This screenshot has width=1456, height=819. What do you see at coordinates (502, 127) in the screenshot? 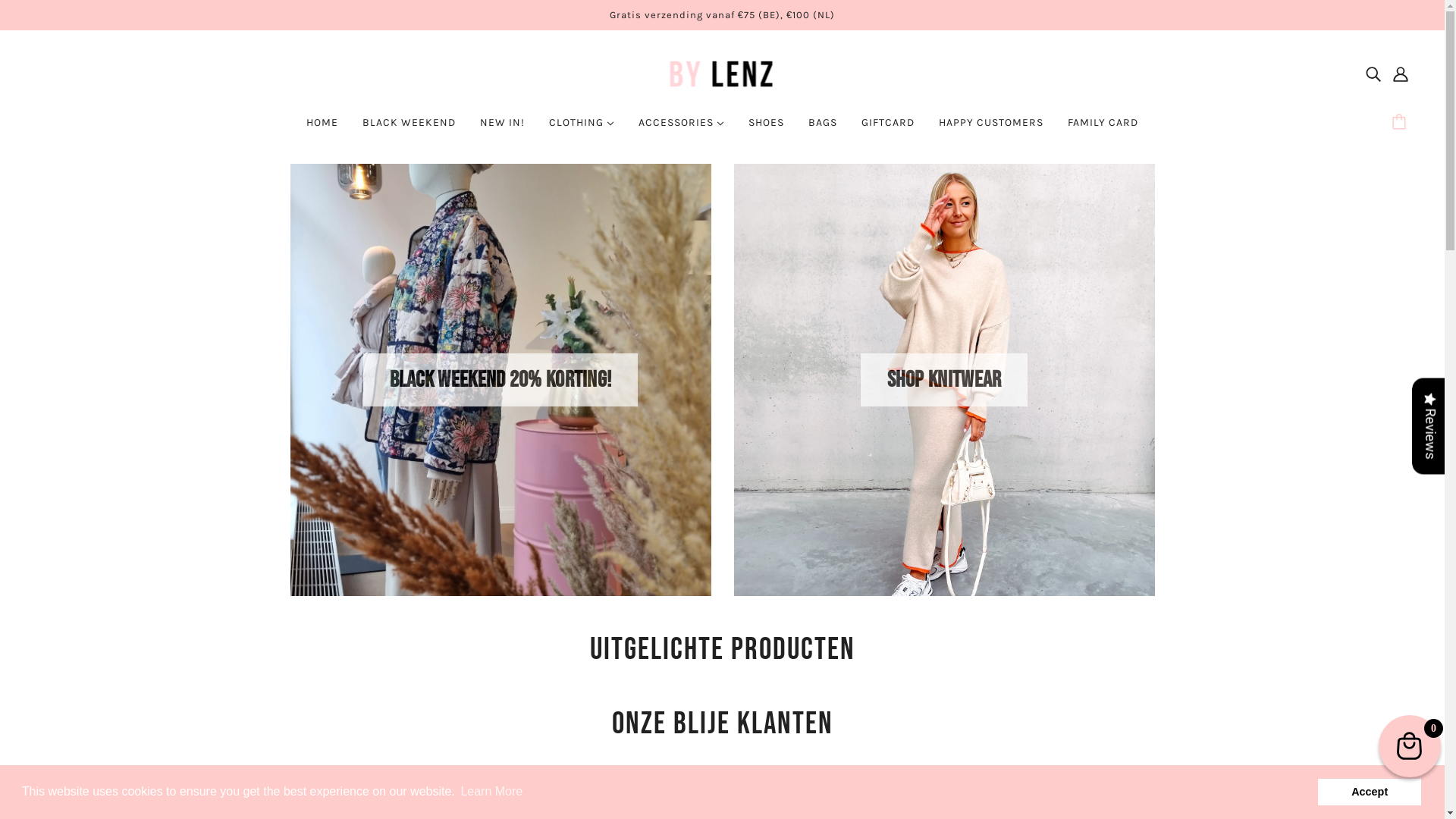
I see `'NEW IN!'` at bounding box center [502, 127].